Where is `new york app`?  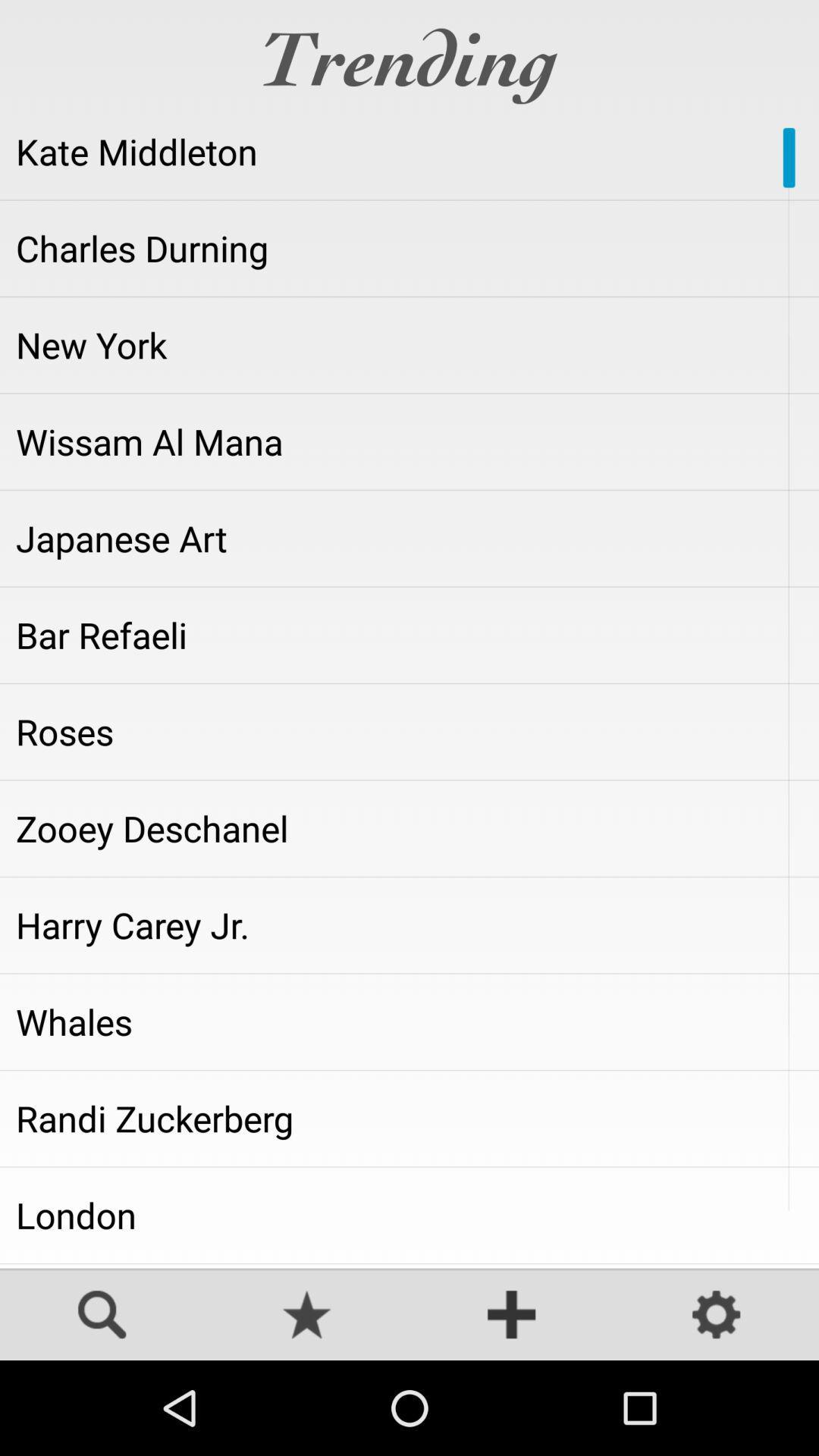 new york app is located at coordinates (409, 344).